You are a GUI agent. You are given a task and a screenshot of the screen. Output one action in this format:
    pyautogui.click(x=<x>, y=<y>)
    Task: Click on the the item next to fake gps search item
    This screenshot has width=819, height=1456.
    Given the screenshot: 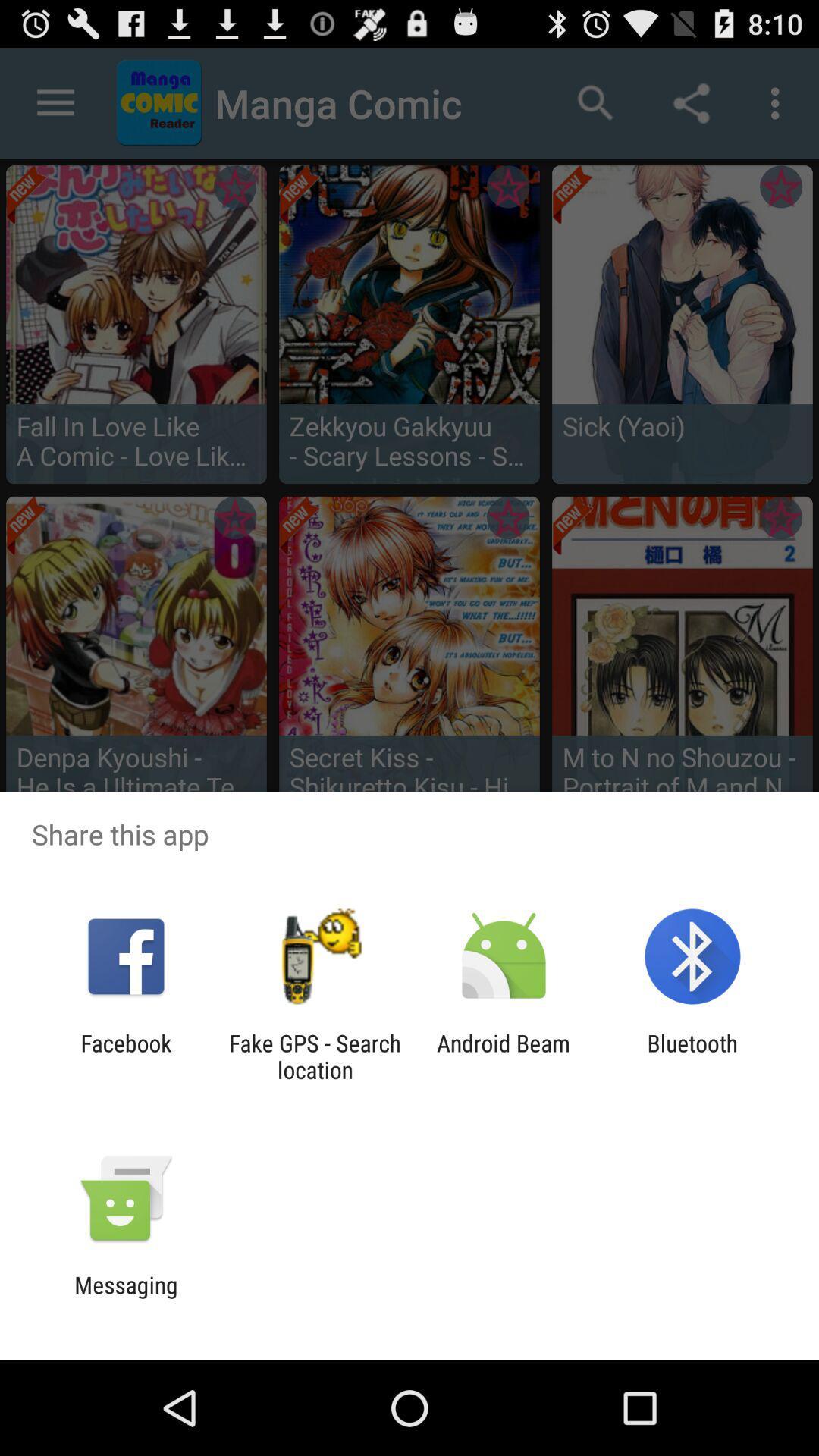 What is the action you would take?
    pyautogui.click(x=504, y=1056)
    